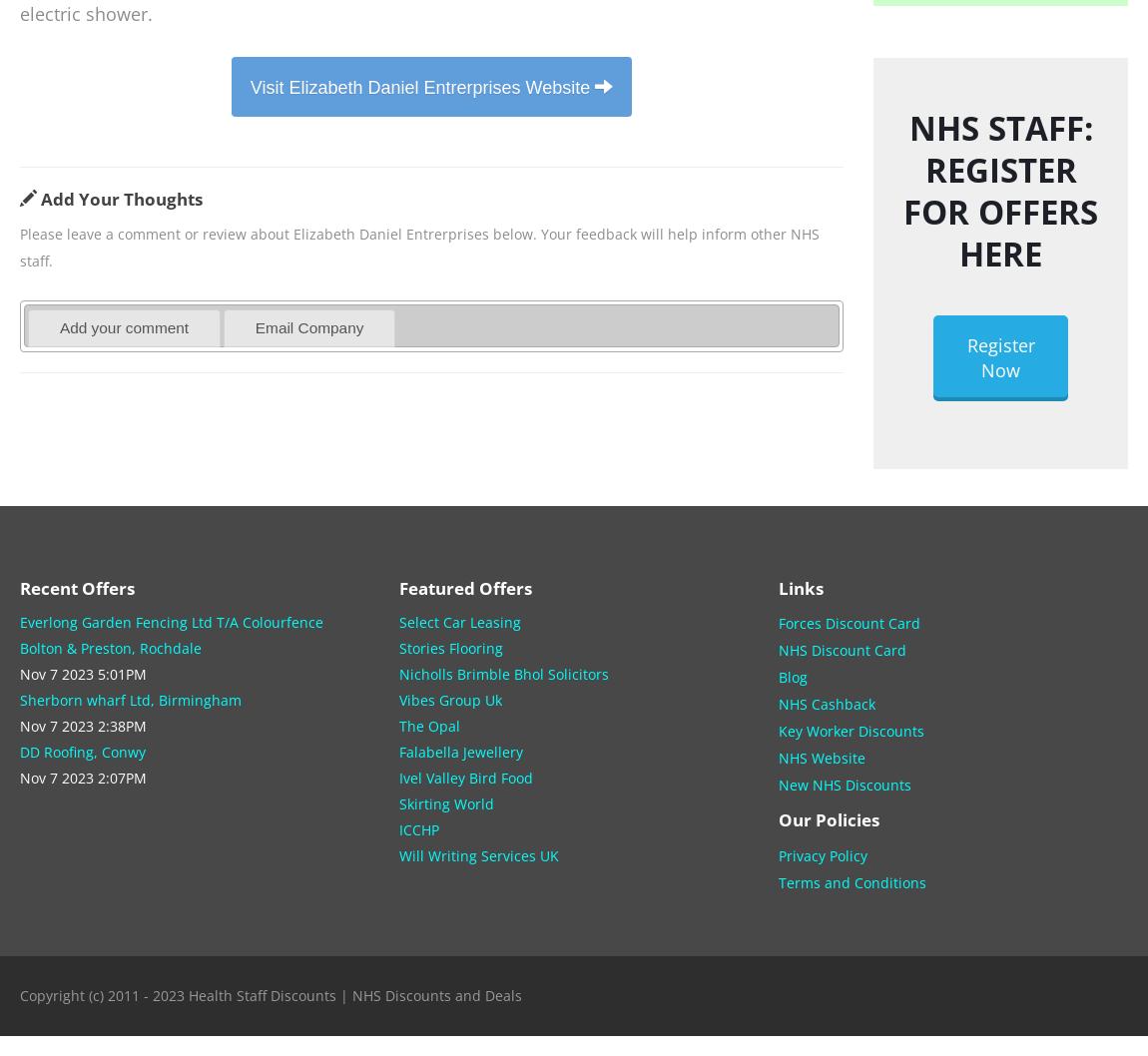  What do you see at coordinates (19, 993) in the screenshot?
I see `'Copyright (c) 2011 - 2023 Health Staff Discounts | NHS Discounts and Deals'` at bounding box center [19, 993].